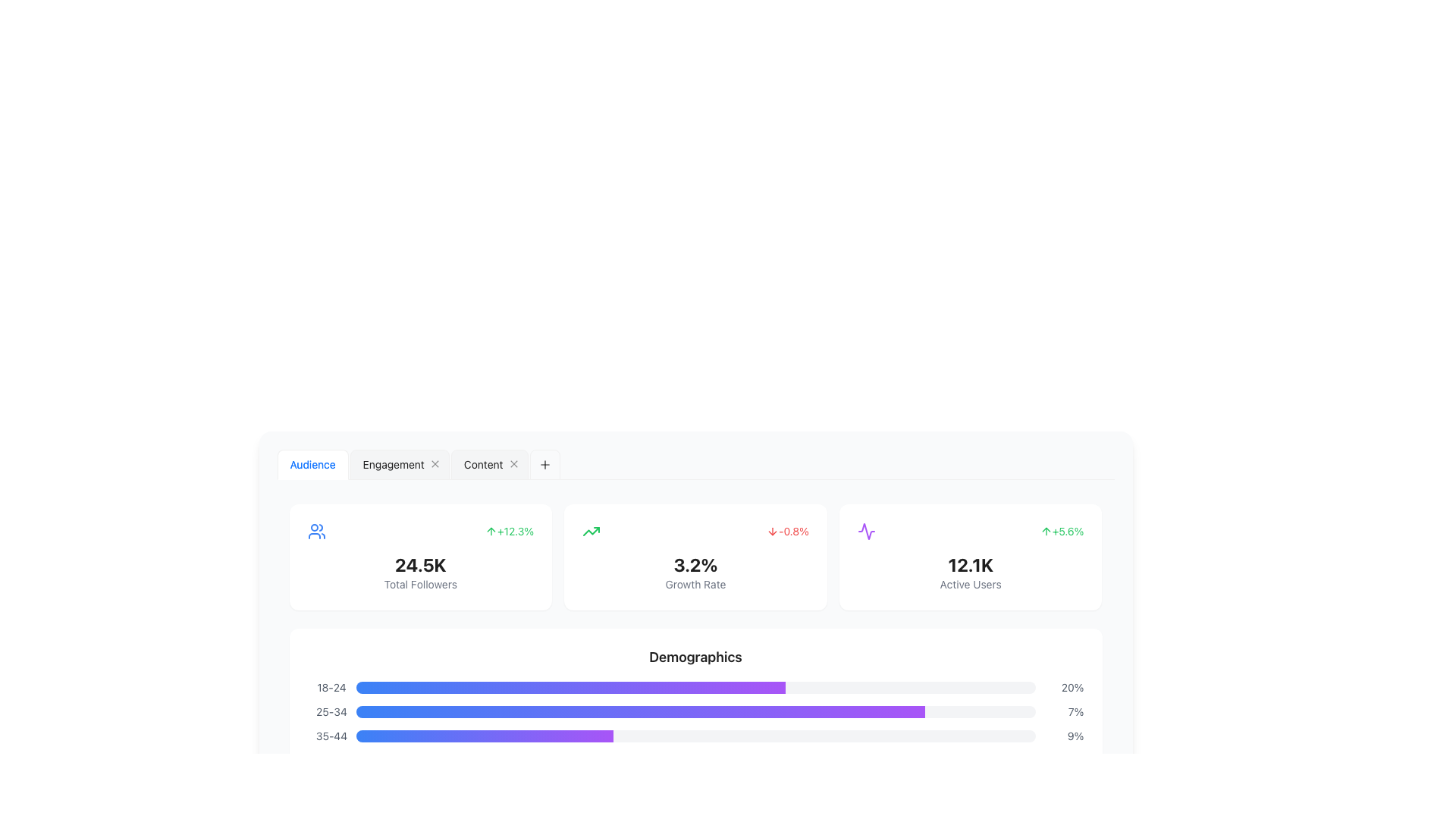 Image resolution: width=1456 pixels, height=819 pixels. What do you see at coordinates (695, 687) in the screenshot?
I see `the progress value of the progress bar representing the 18-24 demographic group, located under the heading 'Demographics' between the labels '18-24' and '20%'` at bounding box center [695, 687].